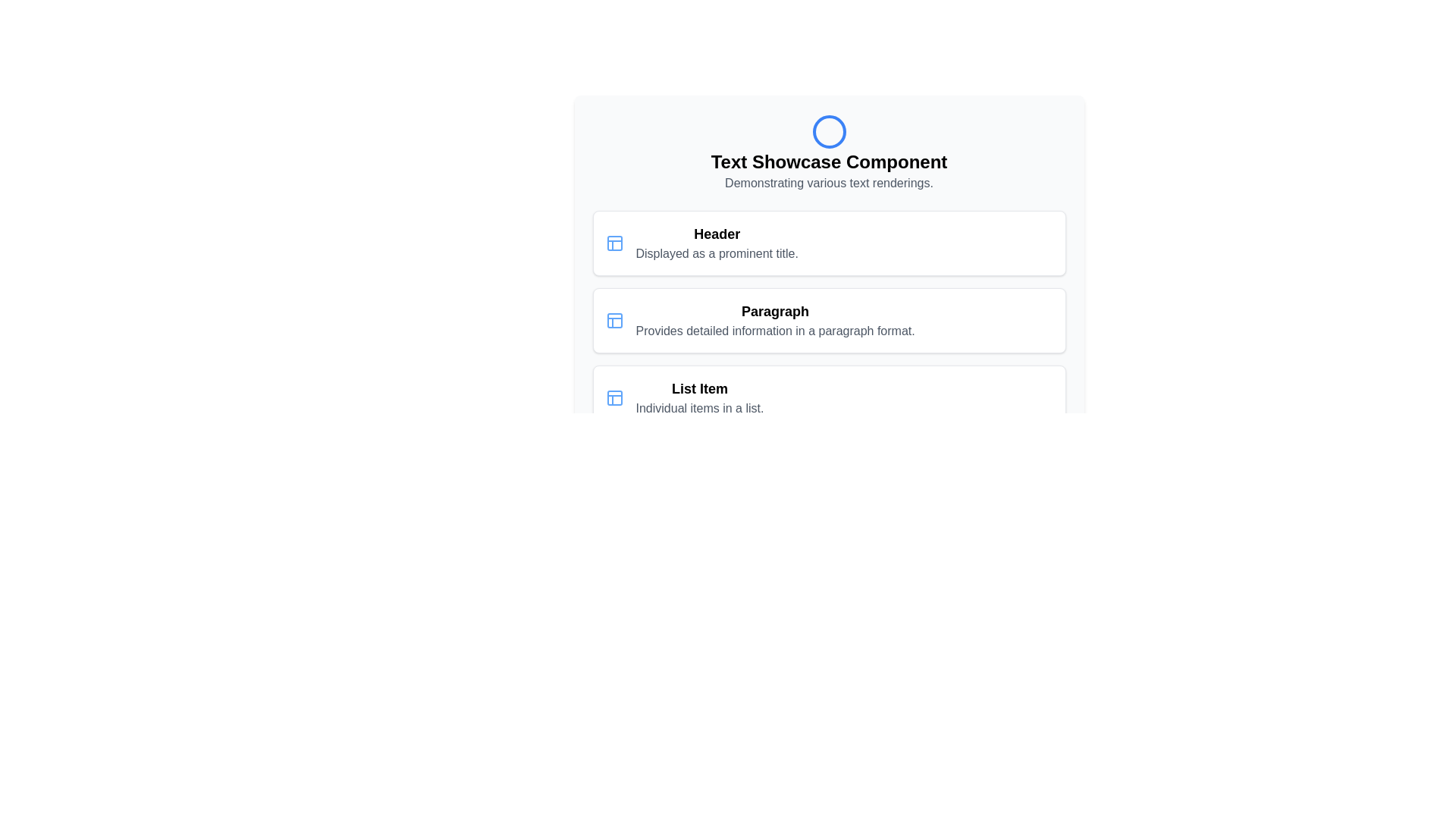  Describe the element at coordinates (828, 320) in the screenshot. I see `the Information Card, which is the second card in a vertical list, featuring a bold 'Paragraph' text and a smaller gray text below it` at that location.